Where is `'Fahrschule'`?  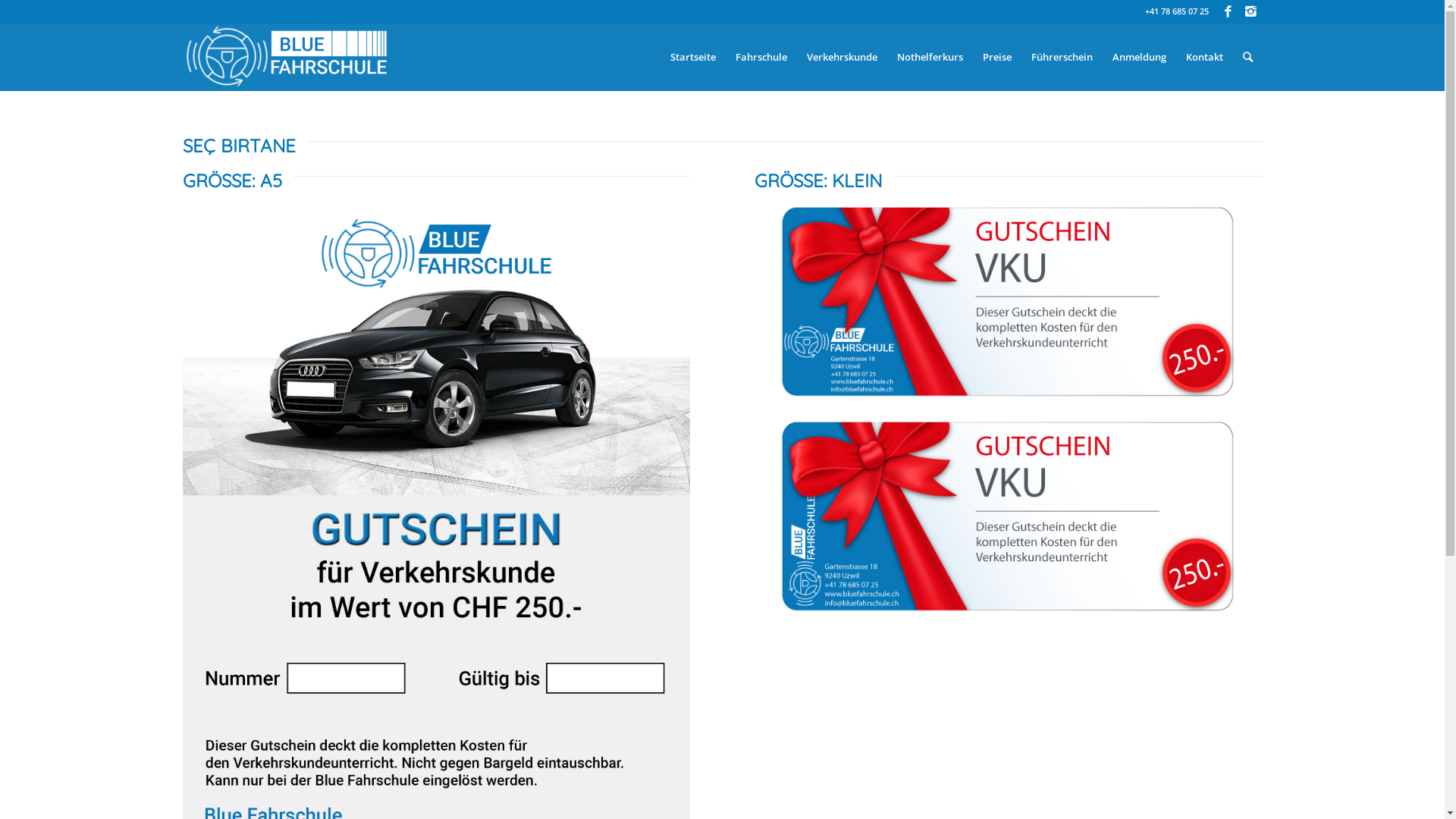
'Fahrschule' is located at coordinates (761, 55).